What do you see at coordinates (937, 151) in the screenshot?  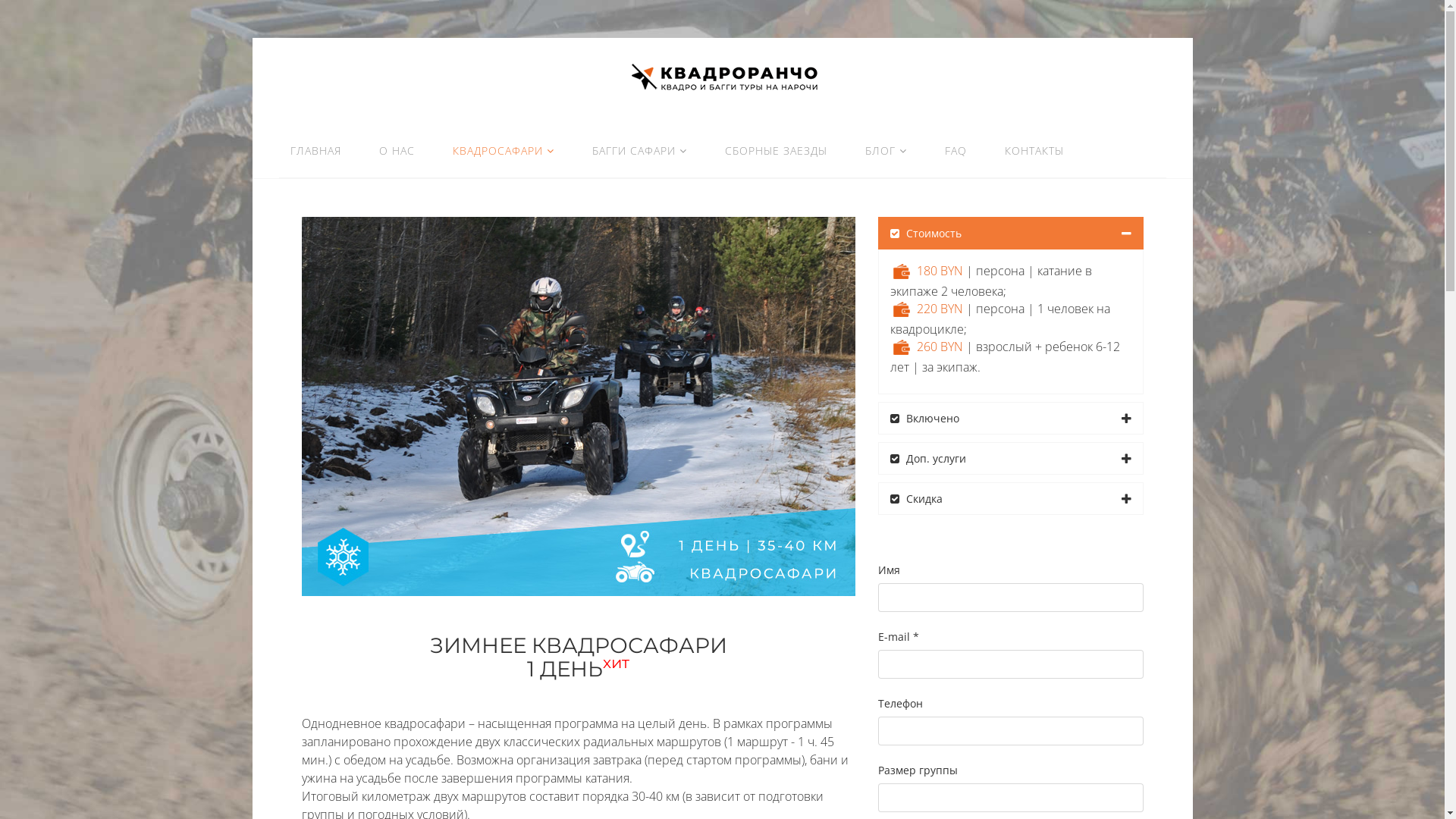 I see `'FAQ'` at bounding box center [937, 151].